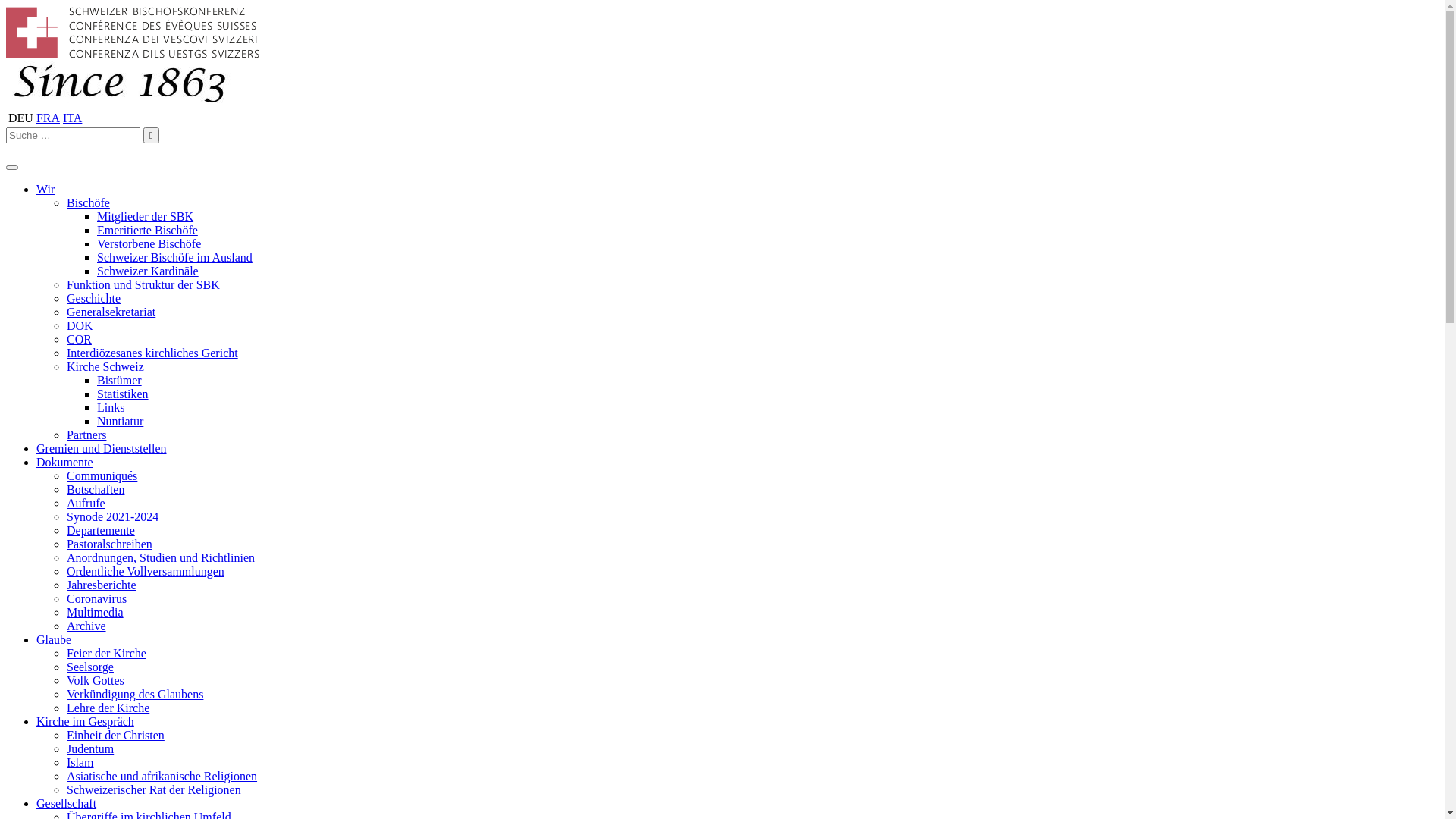  I want to click on 'Pastoralschreiben', so click(108, 543).